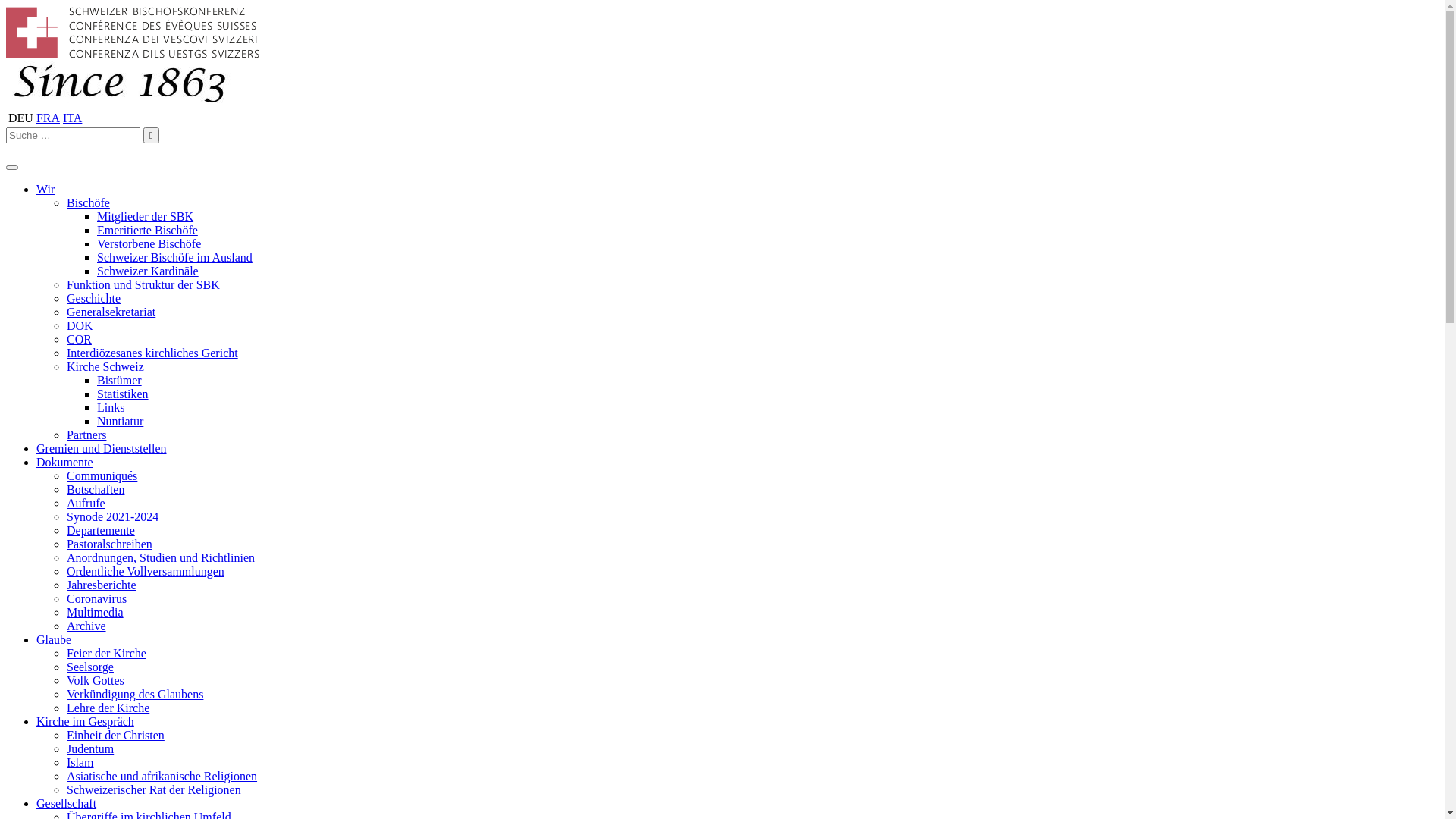  I want to click on 'Pastoralschreiben', so click(108, 543).